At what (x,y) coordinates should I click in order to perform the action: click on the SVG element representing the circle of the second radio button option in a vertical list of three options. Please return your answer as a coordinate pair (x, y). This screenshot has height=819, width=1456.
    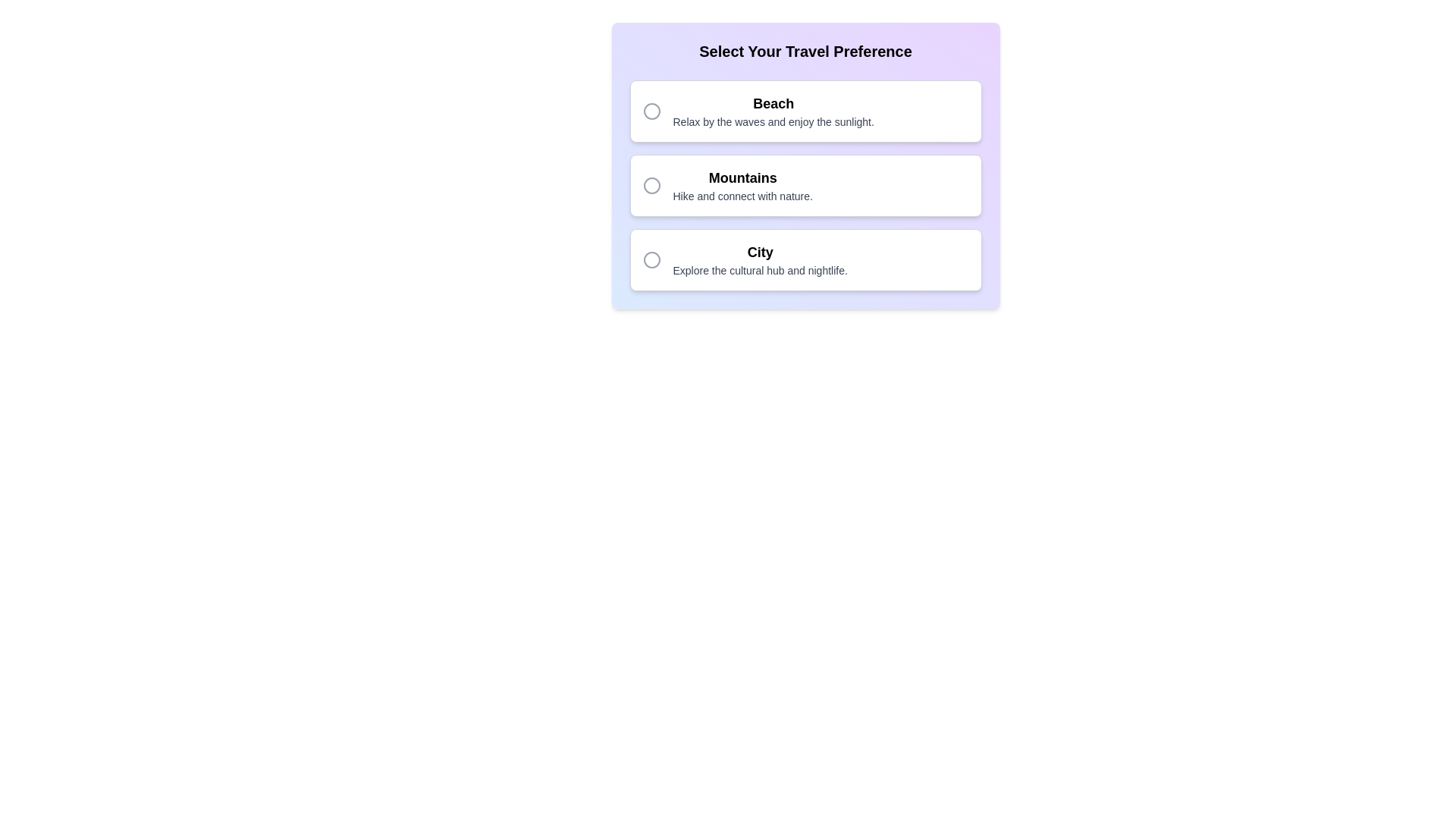
    Looking at the image, I should click on (651, 185).